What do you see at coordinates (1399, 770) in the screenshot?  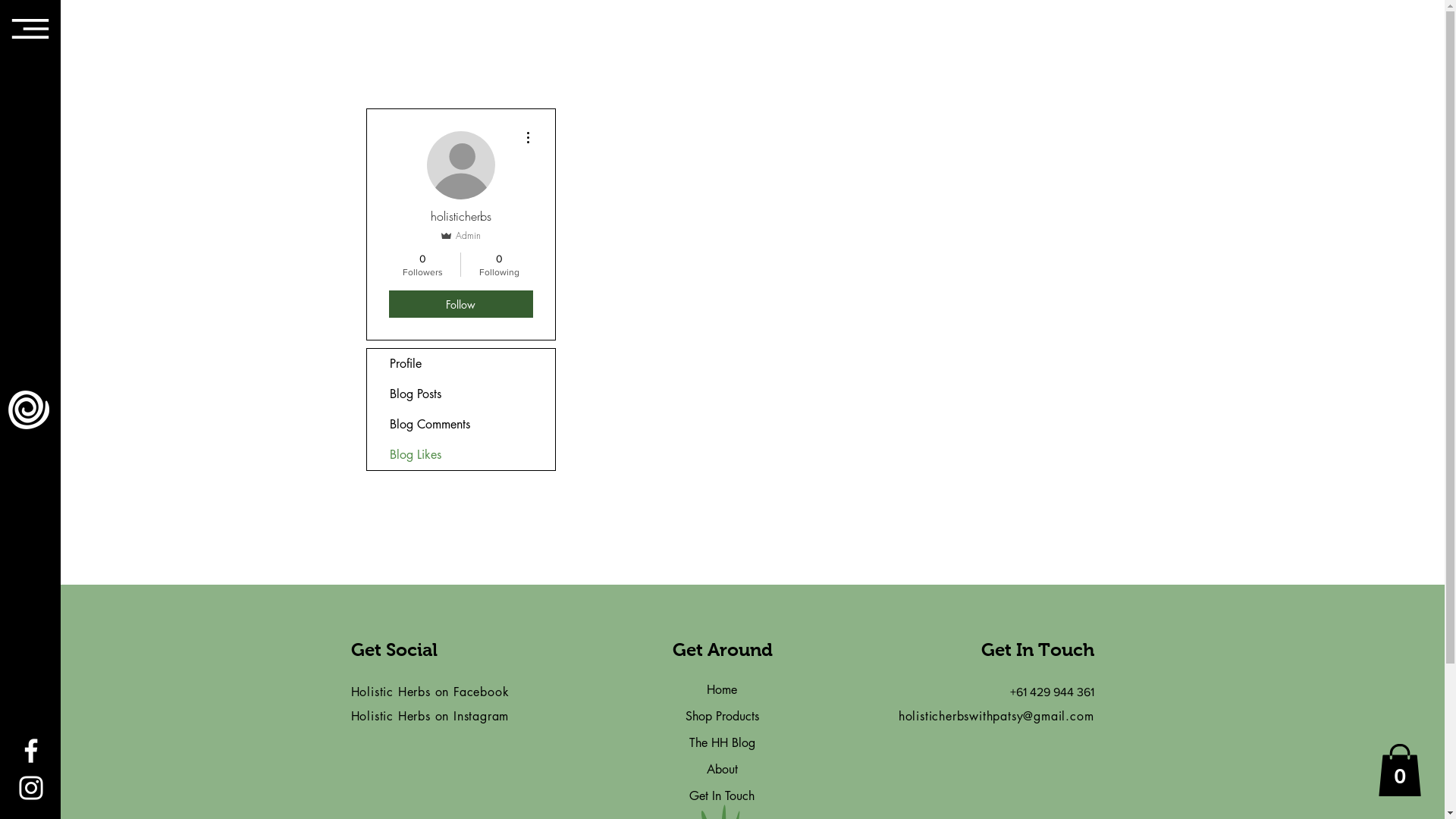 I see `'0'` at bounding box center [1399, 770].